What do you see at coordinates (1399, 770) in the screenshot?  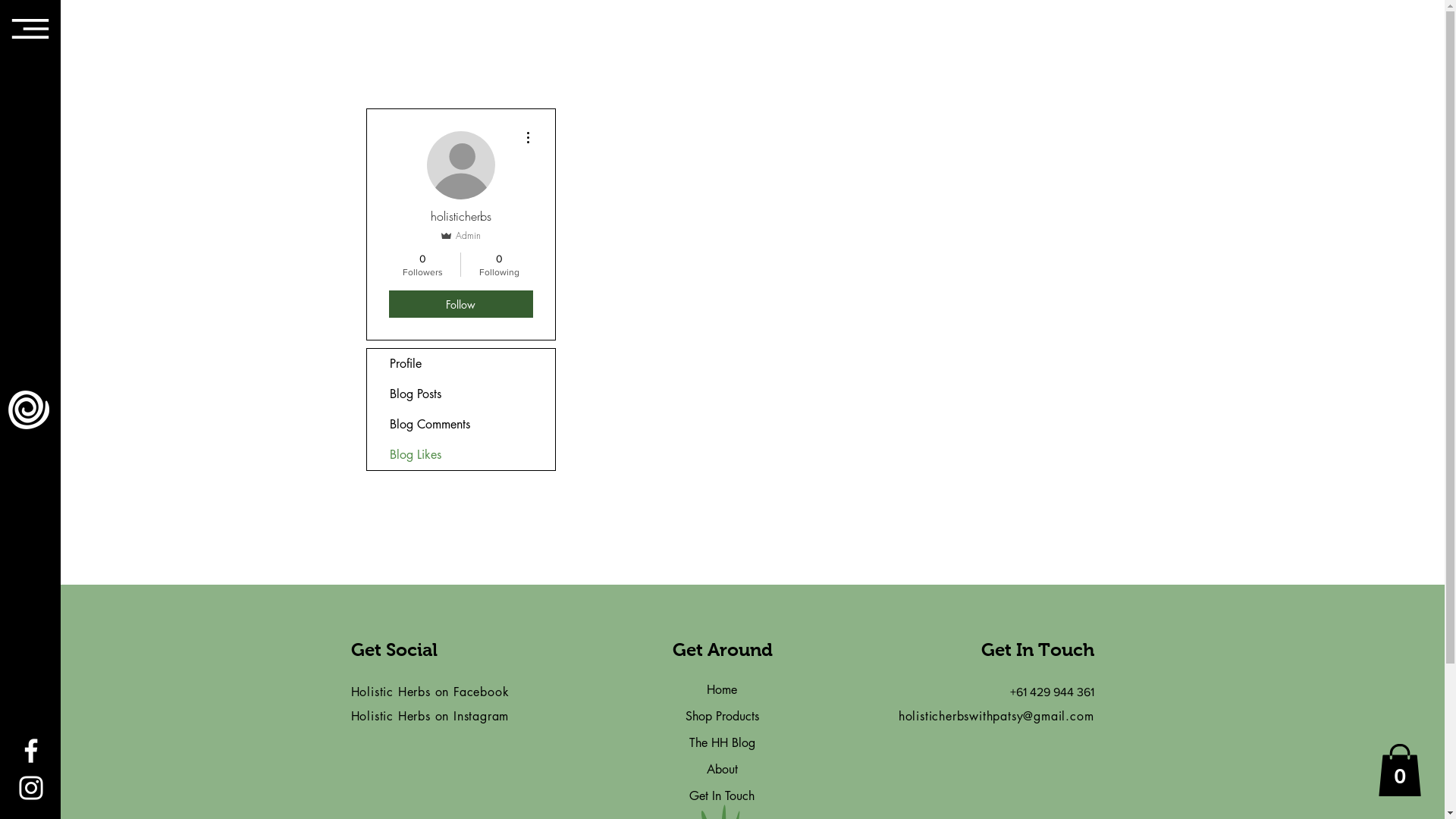 I see `'0'` at bounding box center [1399, 770].